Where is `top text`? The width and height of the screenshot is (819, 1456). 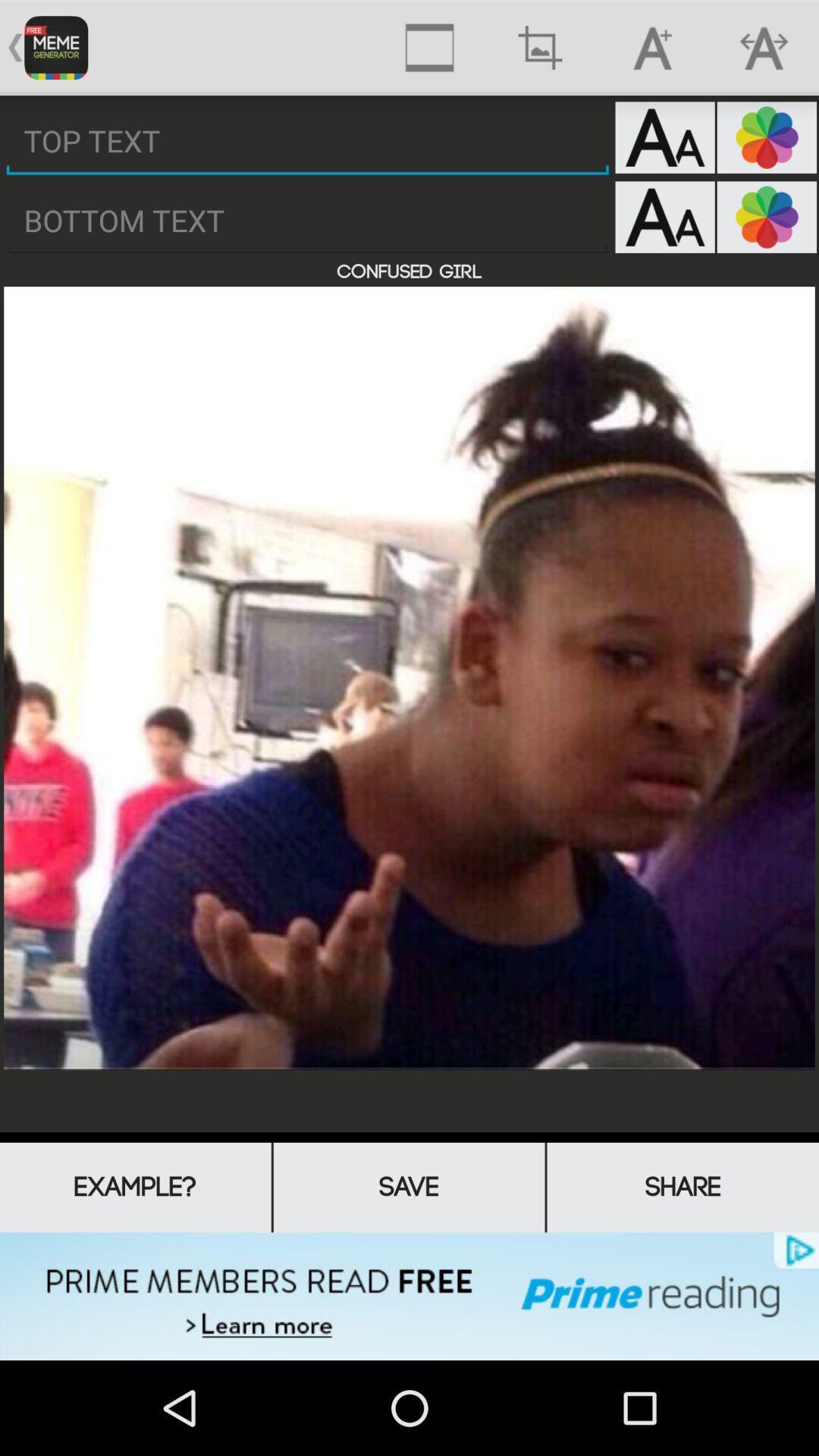 top text is located at coordinates (307, 141).